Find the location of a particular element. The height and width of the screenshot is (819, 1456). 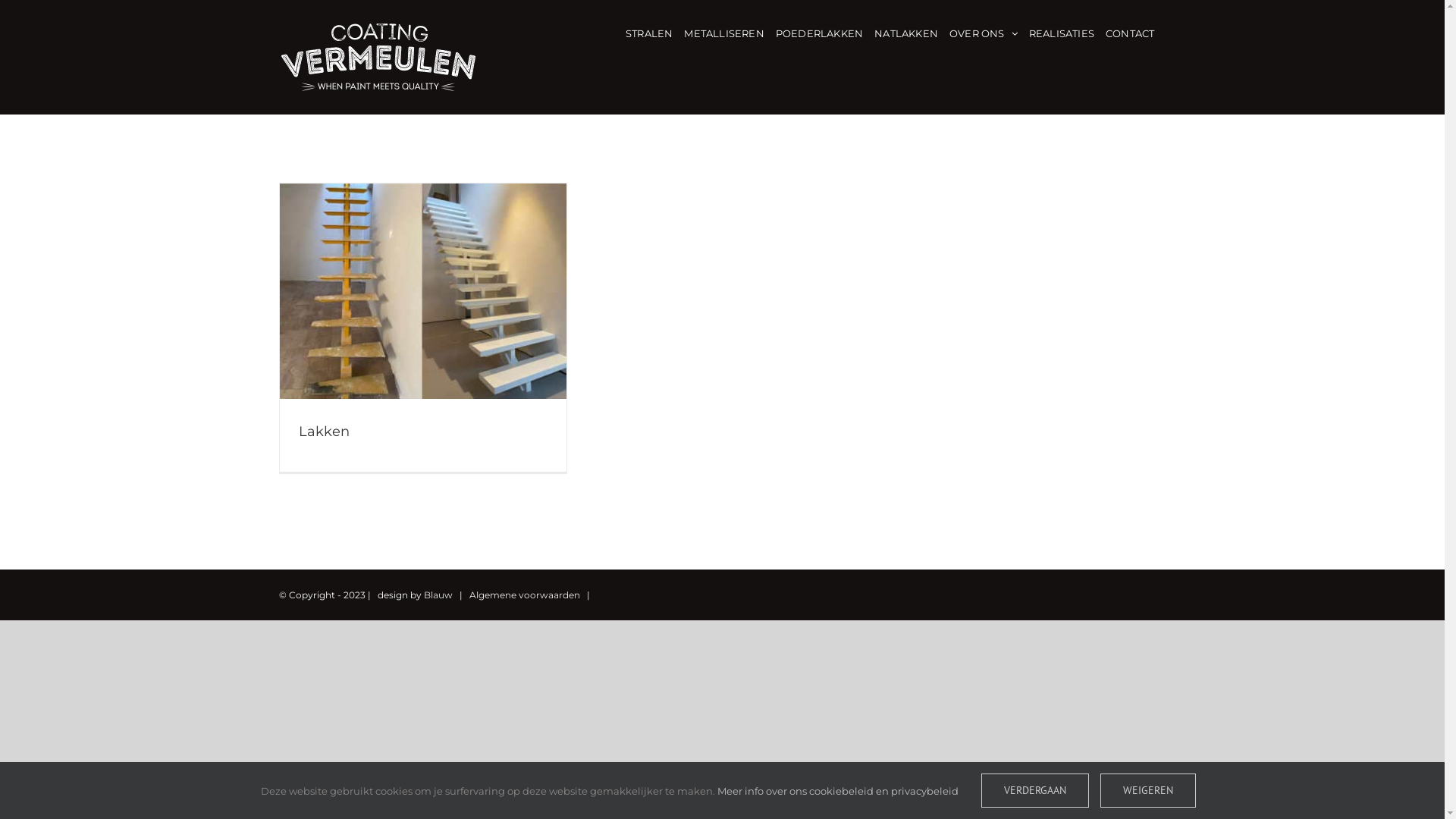

'Blauw' is located at coordinates (436, 593).